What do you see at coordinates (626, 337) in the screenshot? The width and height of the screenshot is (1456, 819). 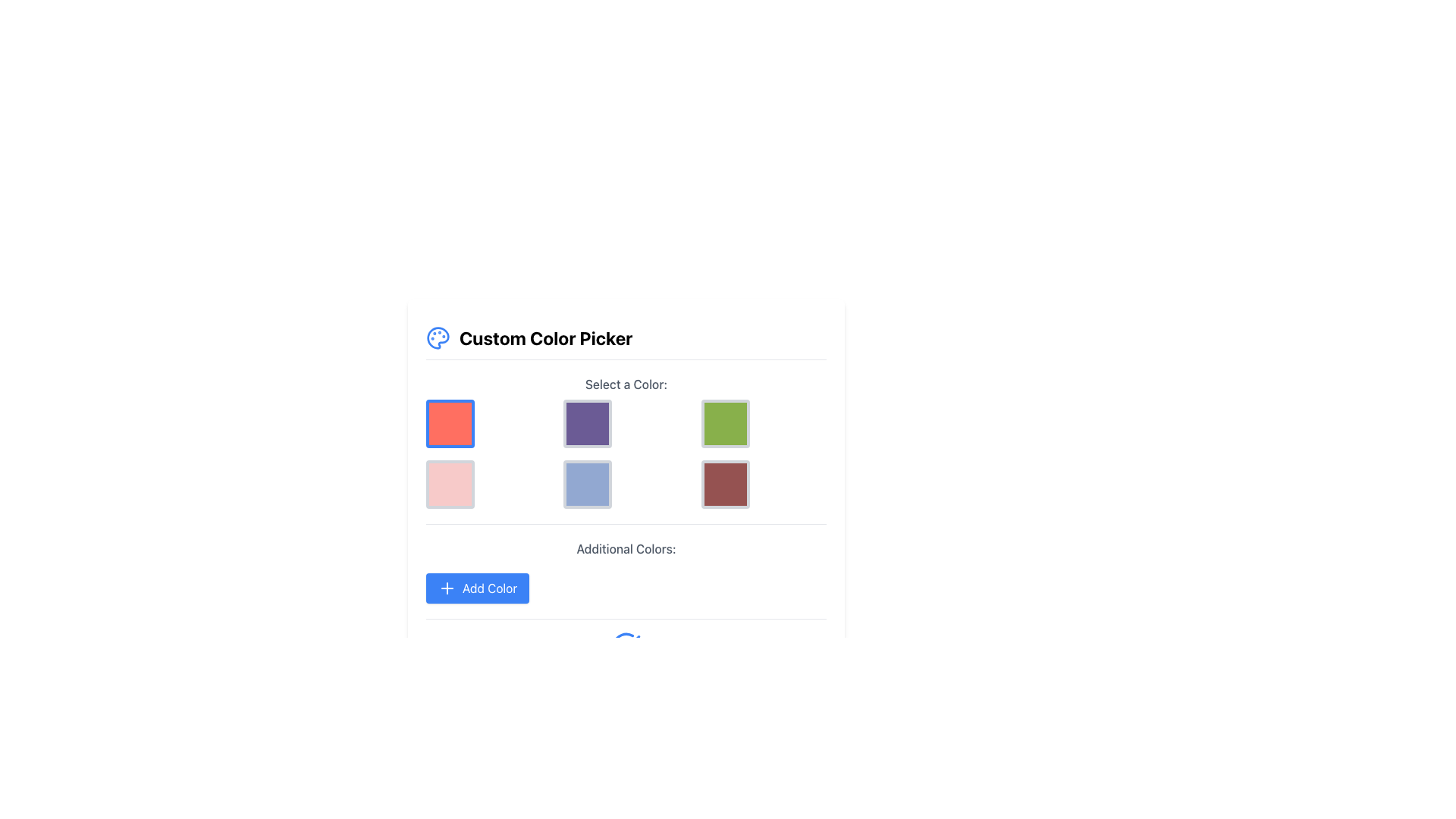 I see `the 'Custom Color Picker' header which features bold text and a blue palette icon, located at the top of the color selection interface` at bounding box center [626, 337].